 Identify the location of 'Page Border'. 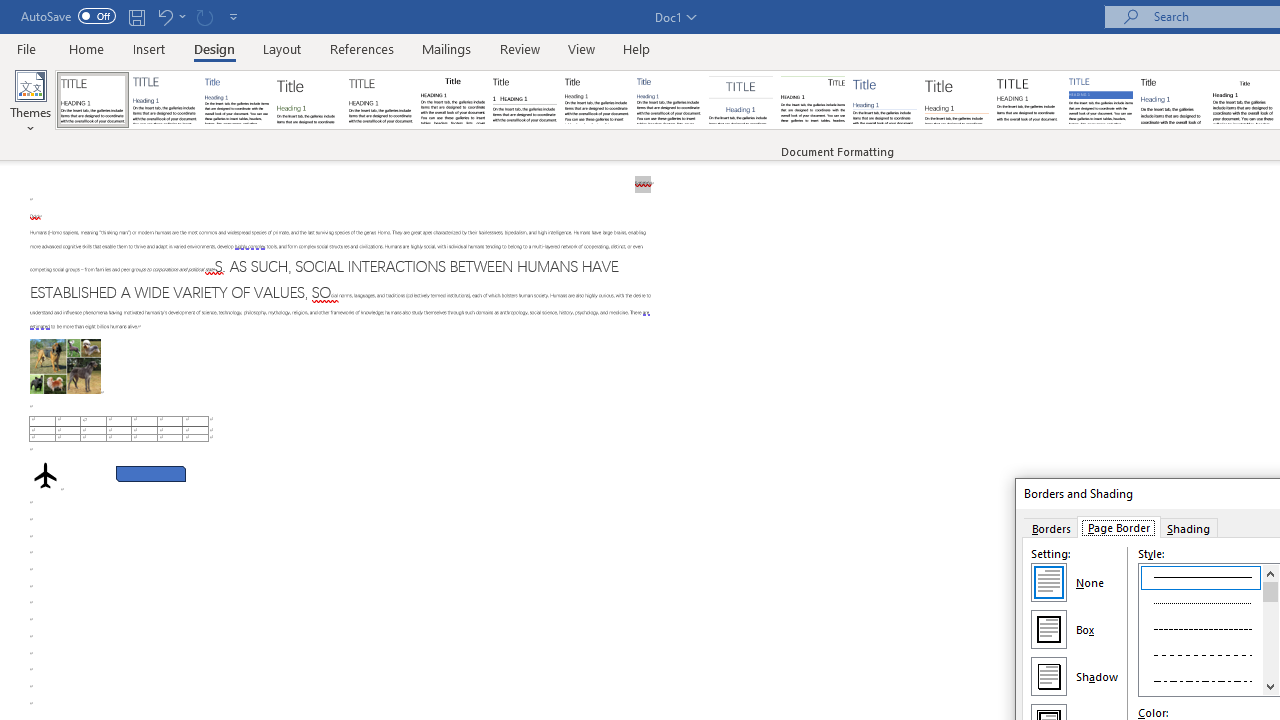
(1117, 526).